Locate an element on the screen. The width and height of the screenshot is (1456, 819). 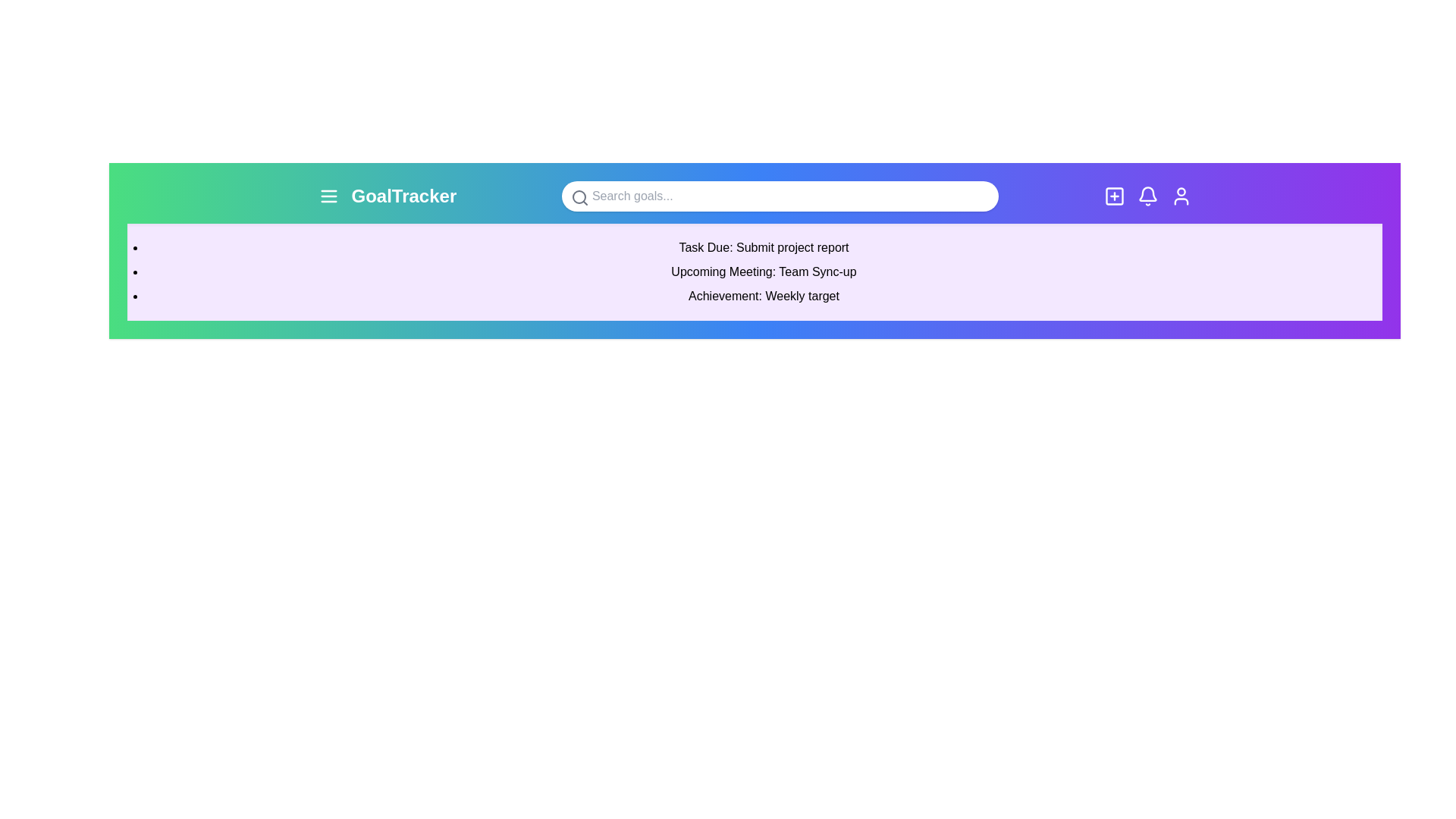
the 'Add' icon to create a new goal is located at coordinates (1114, 195).